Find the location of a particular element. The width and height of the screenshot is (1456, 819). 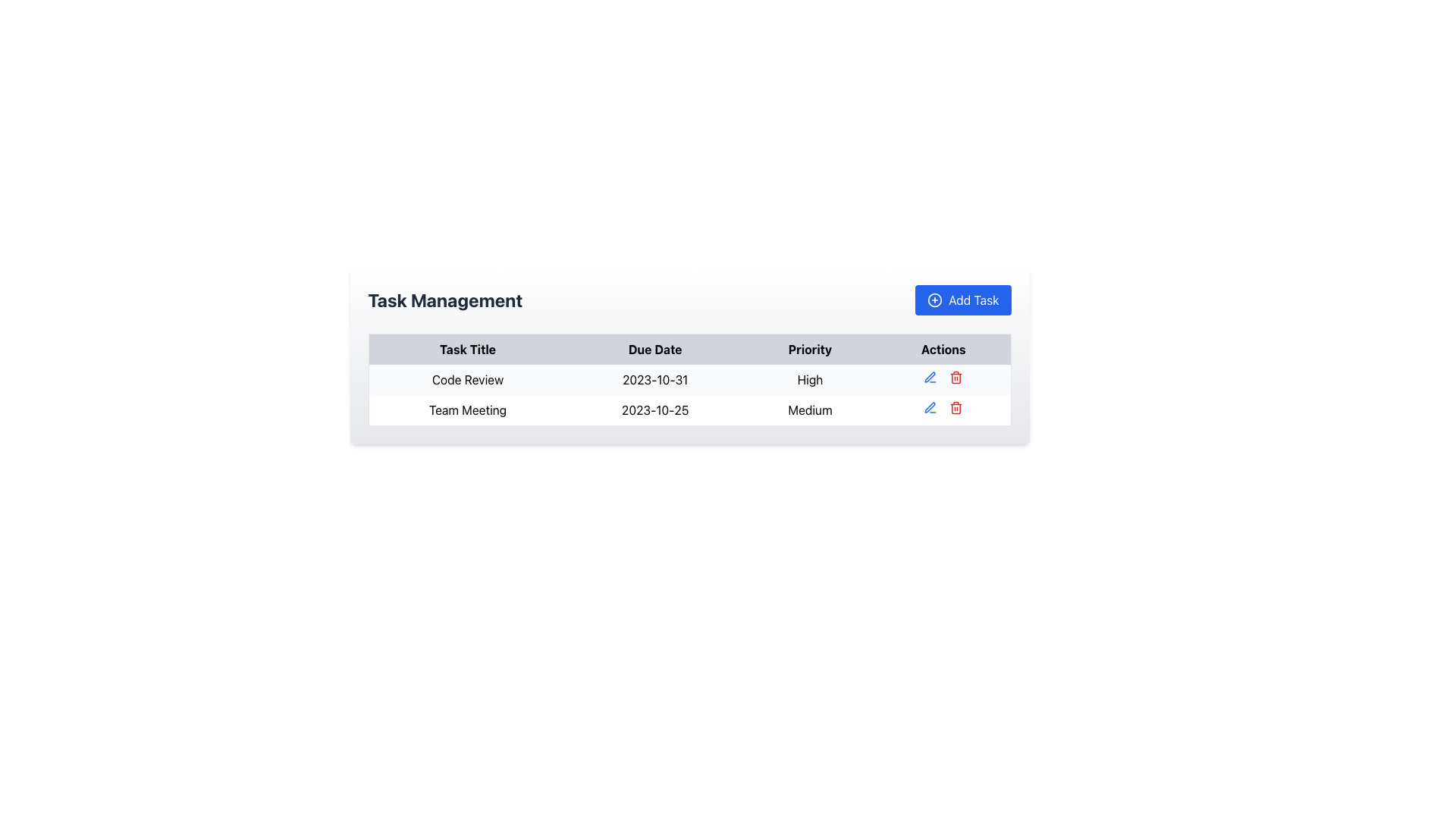

the blue button with the text 'Add Task' located at the top-right corner within the 'Task Management' interface is located at coordinates (962, 300).